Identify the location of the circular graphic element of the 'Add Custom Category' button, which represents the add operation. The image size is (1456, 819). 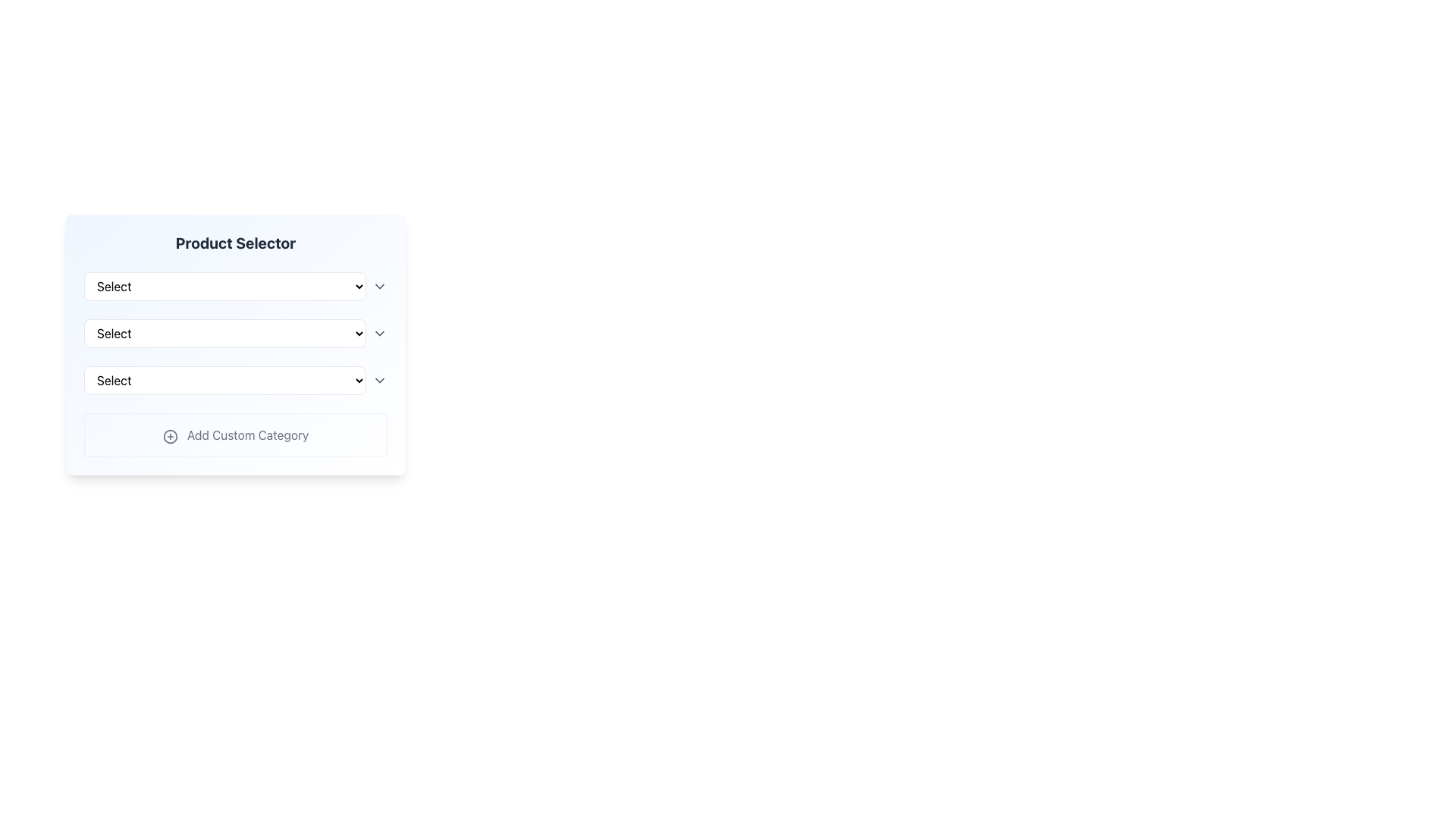
(170, 436).